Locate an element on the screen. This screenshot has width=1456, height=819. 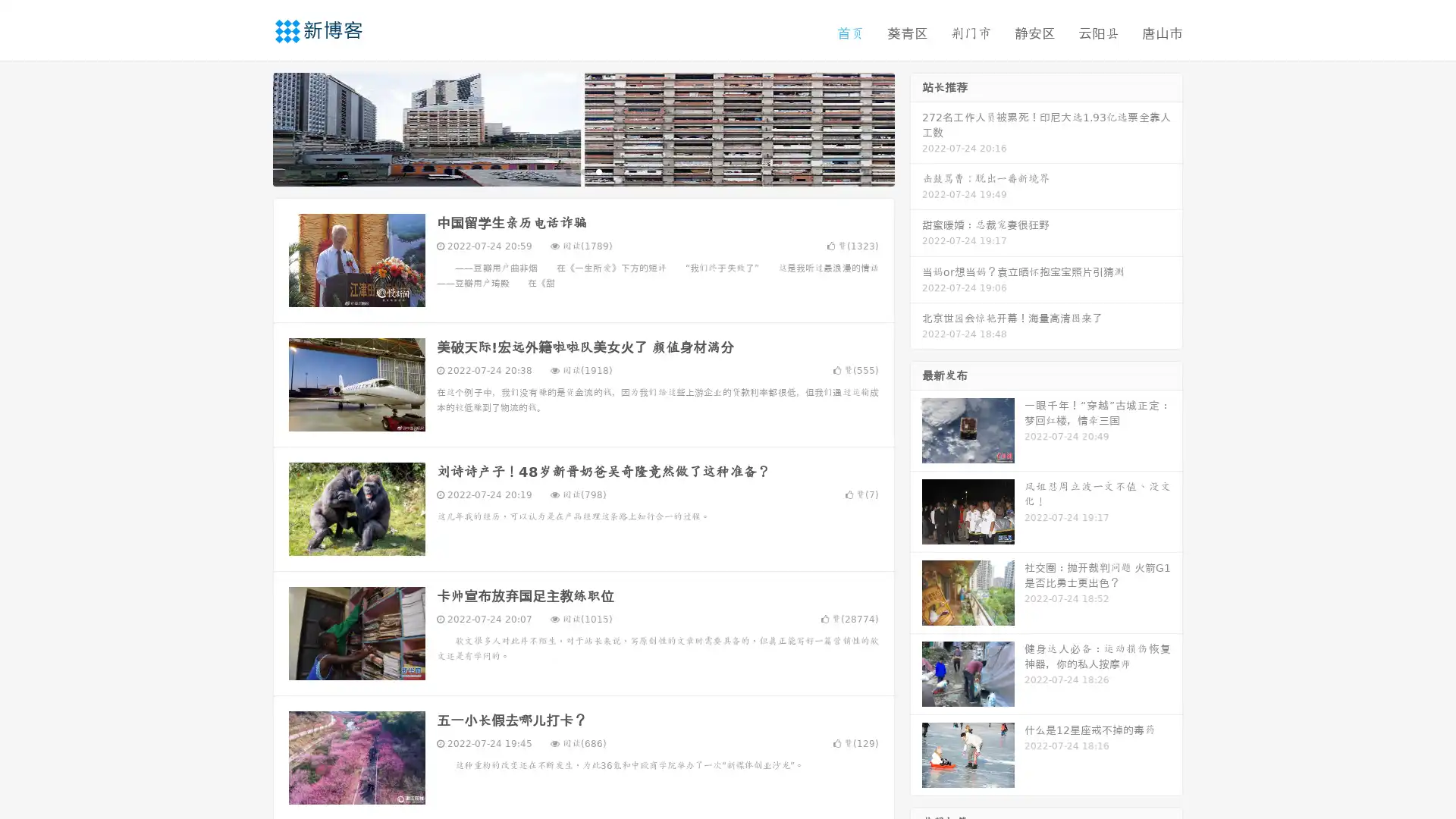
Next slide is located at coordinates (916, 127).